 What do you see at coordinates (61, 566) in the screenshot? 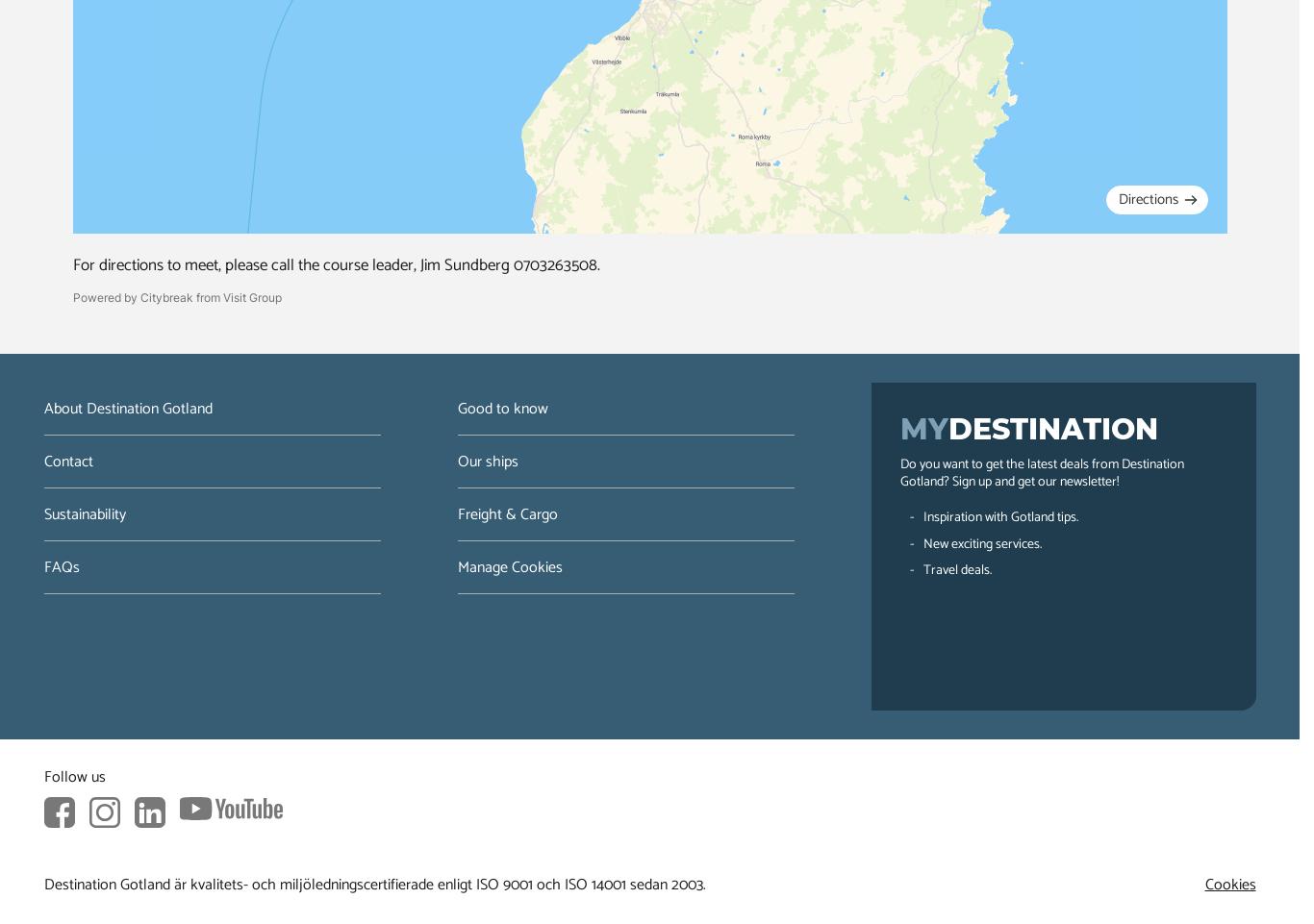
I see `'FAQs'` at bounding box center [61, 566].